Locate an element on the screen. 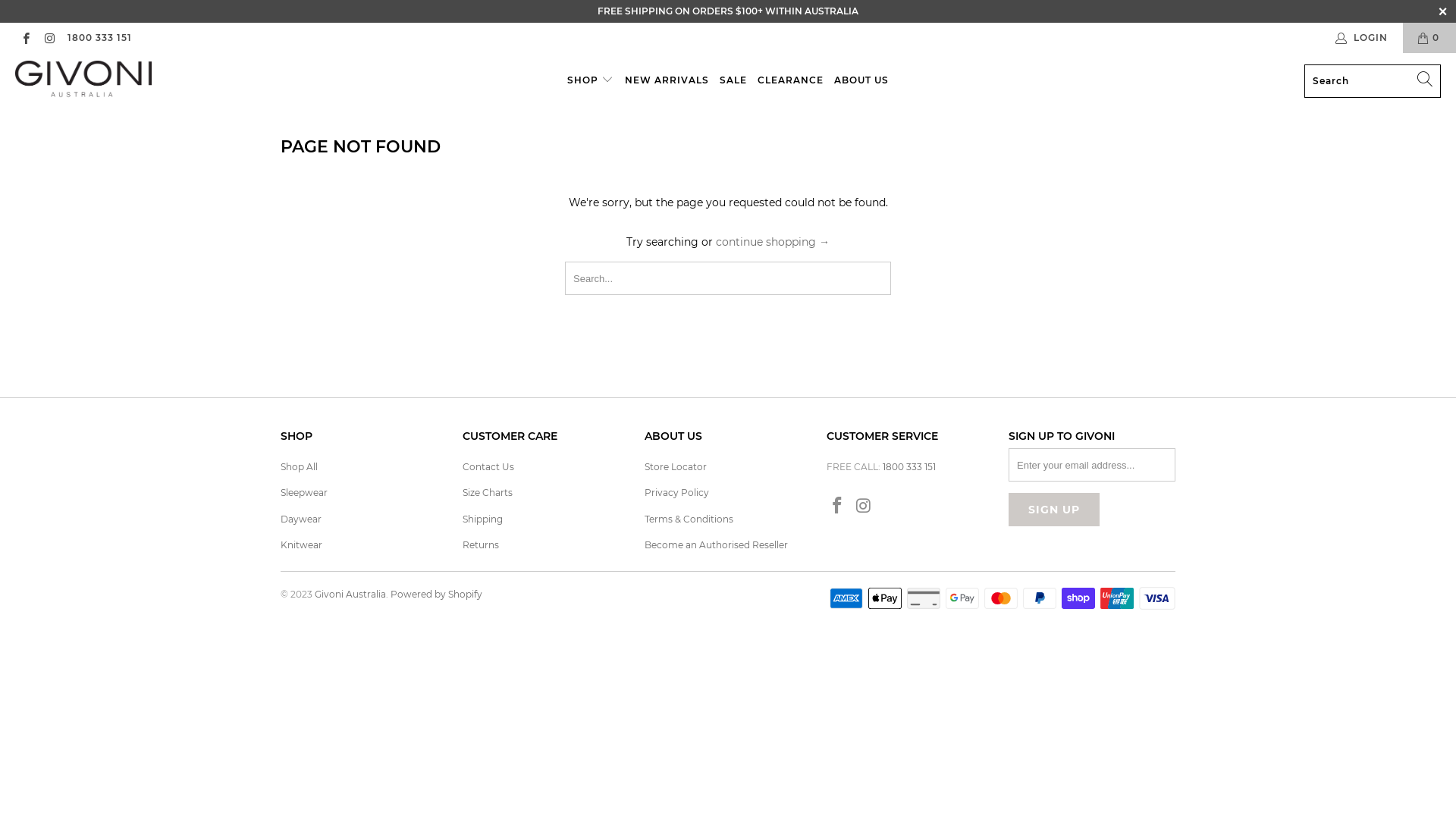 This screenshot has width=1456, height=819. 'Size Charts' is located at coordinates (488, 492).